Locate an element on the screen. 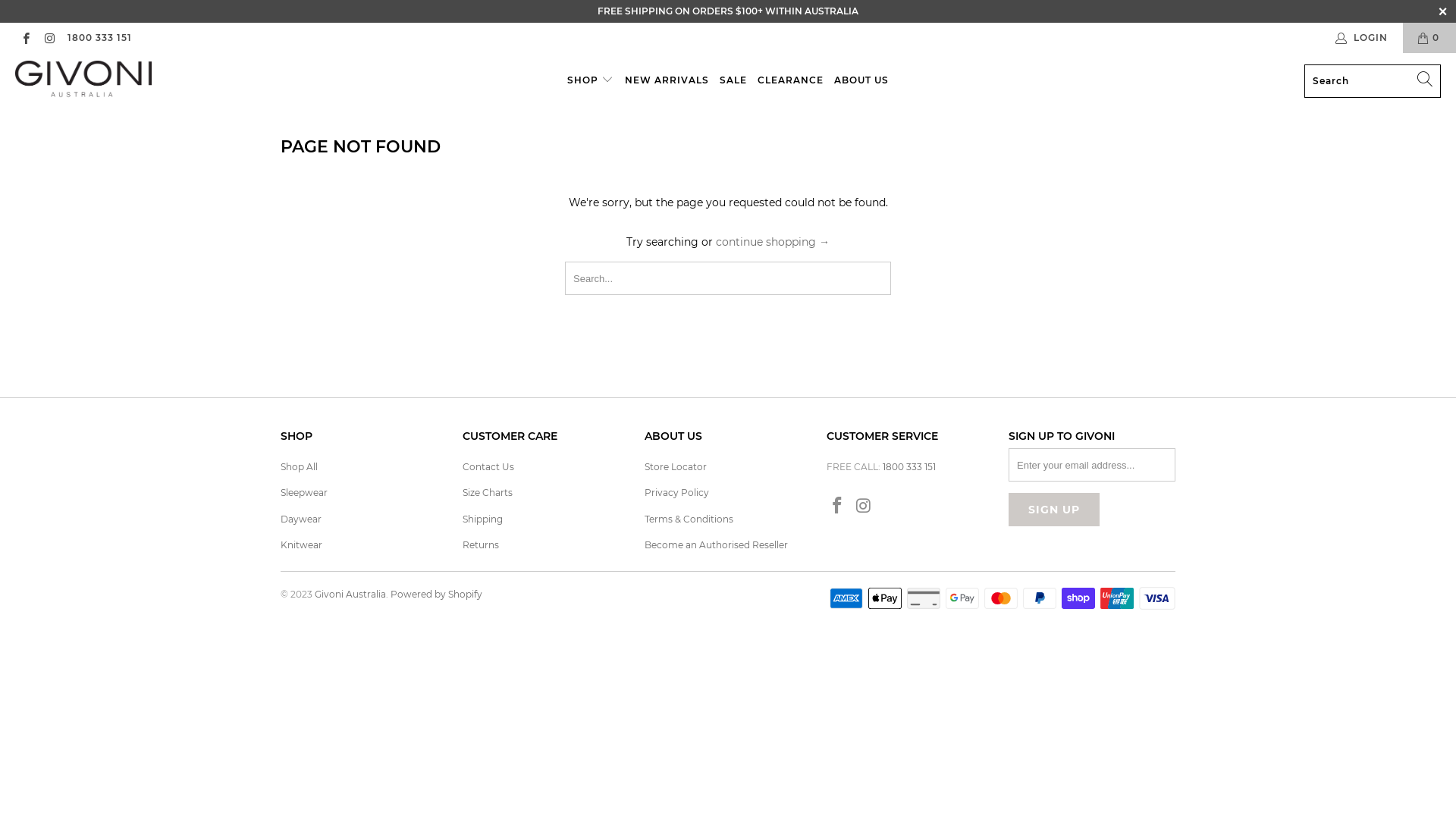 This screenshot has width=1456, height=819. 'Size Charts' is located at coordinates (488, 492).